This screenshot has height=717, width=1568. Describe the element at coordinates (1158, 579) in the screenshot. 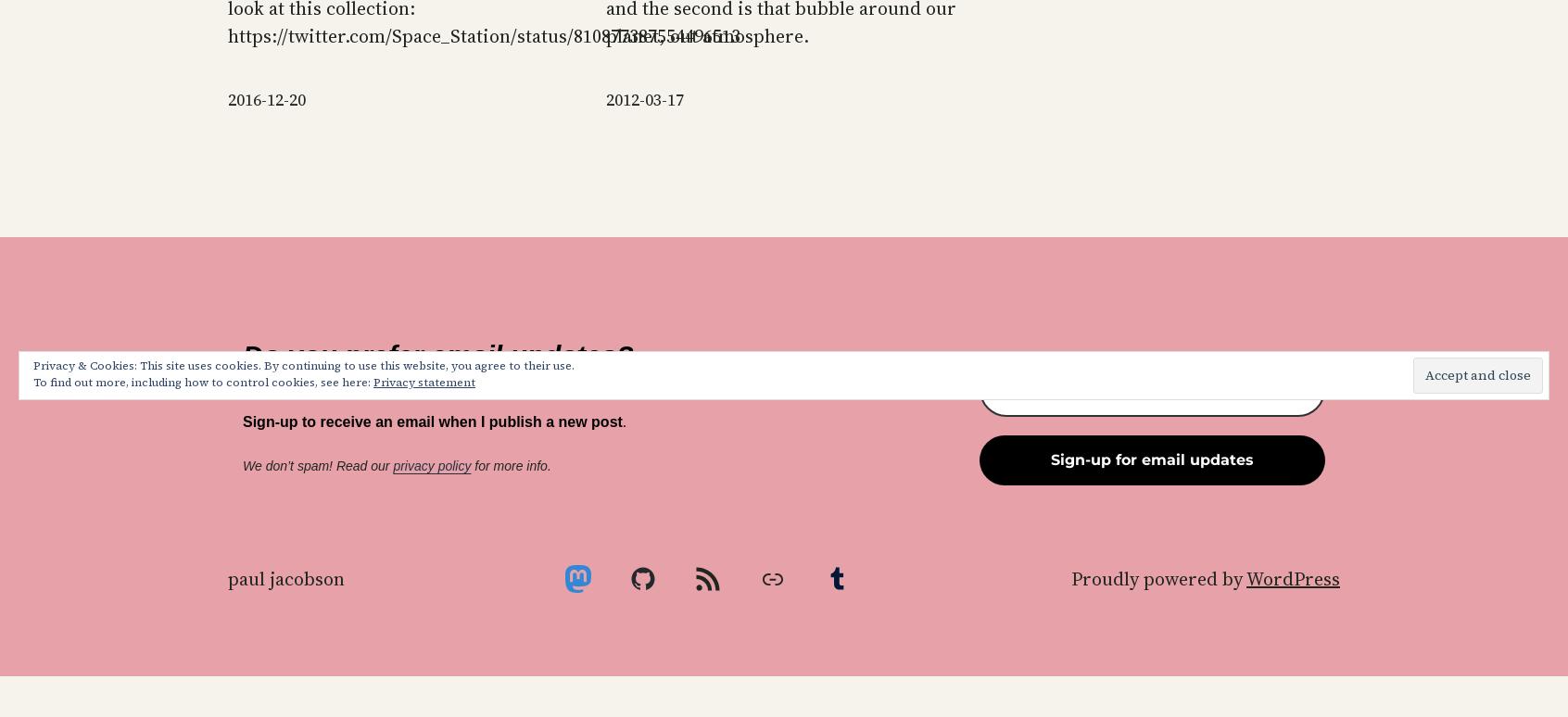

I see `'Proudly powered by'` at that location.